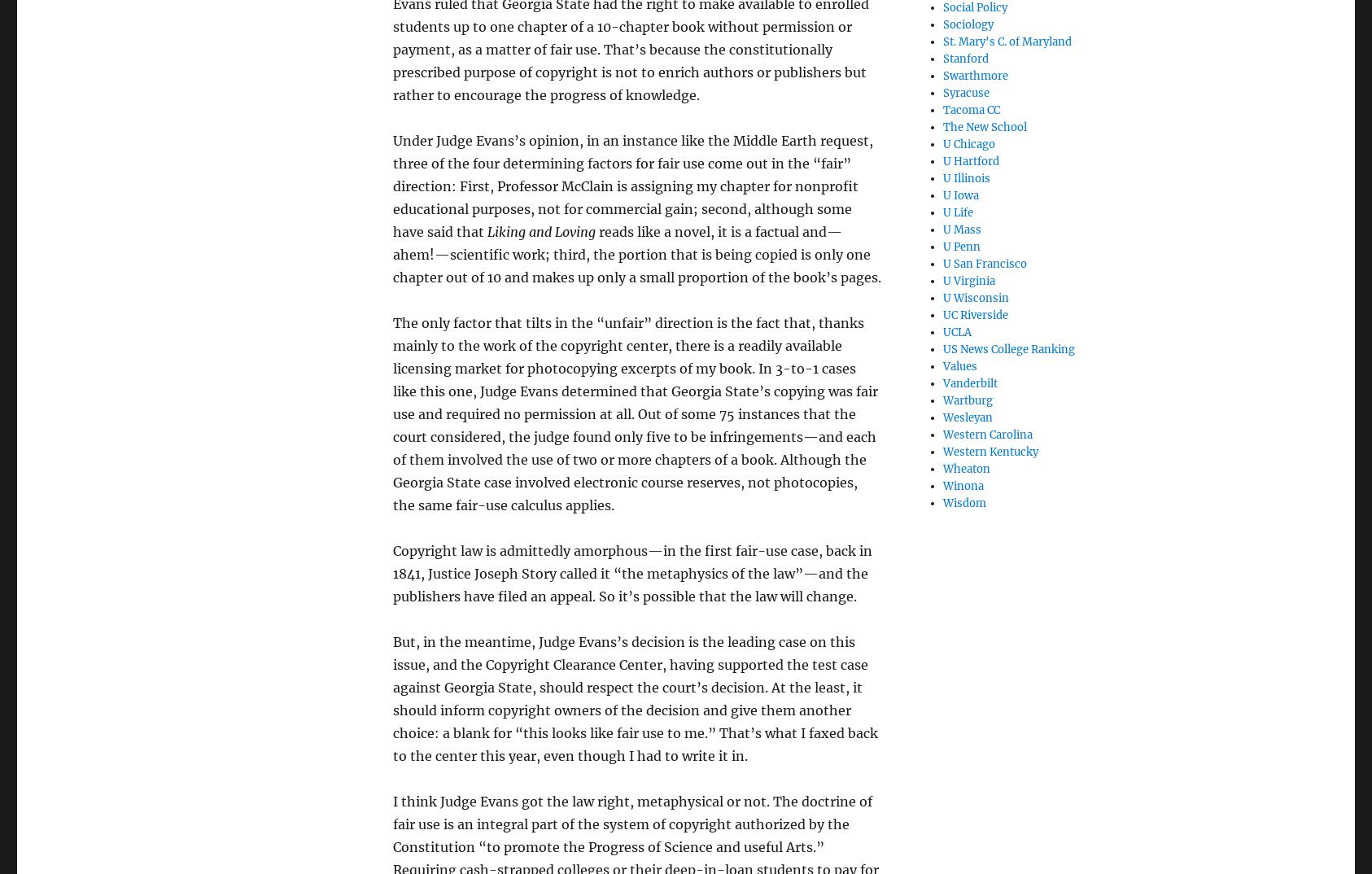 This screenshot has width=1372, height=874. What do you see at coordinates (540, 230) in the screenshot?
I see `'Liking and Loving'` at bounding box center [540, 230].